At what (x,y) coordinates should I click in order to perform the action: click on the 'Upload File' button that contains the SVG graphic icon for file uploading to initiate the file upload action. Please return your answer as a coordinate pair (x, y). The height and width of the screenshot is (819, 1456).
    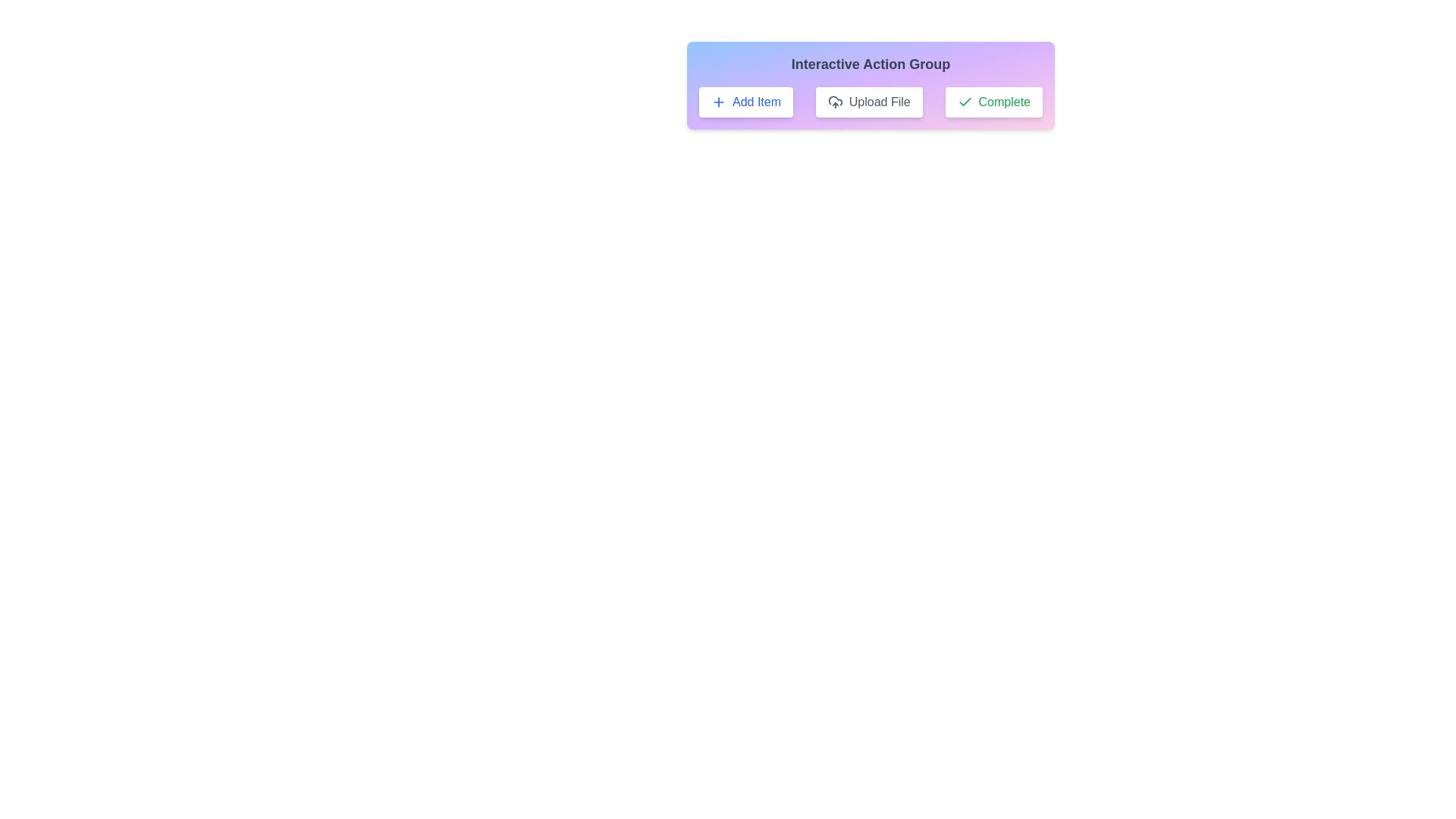
    Looking at the image, I should click on (834, 101).